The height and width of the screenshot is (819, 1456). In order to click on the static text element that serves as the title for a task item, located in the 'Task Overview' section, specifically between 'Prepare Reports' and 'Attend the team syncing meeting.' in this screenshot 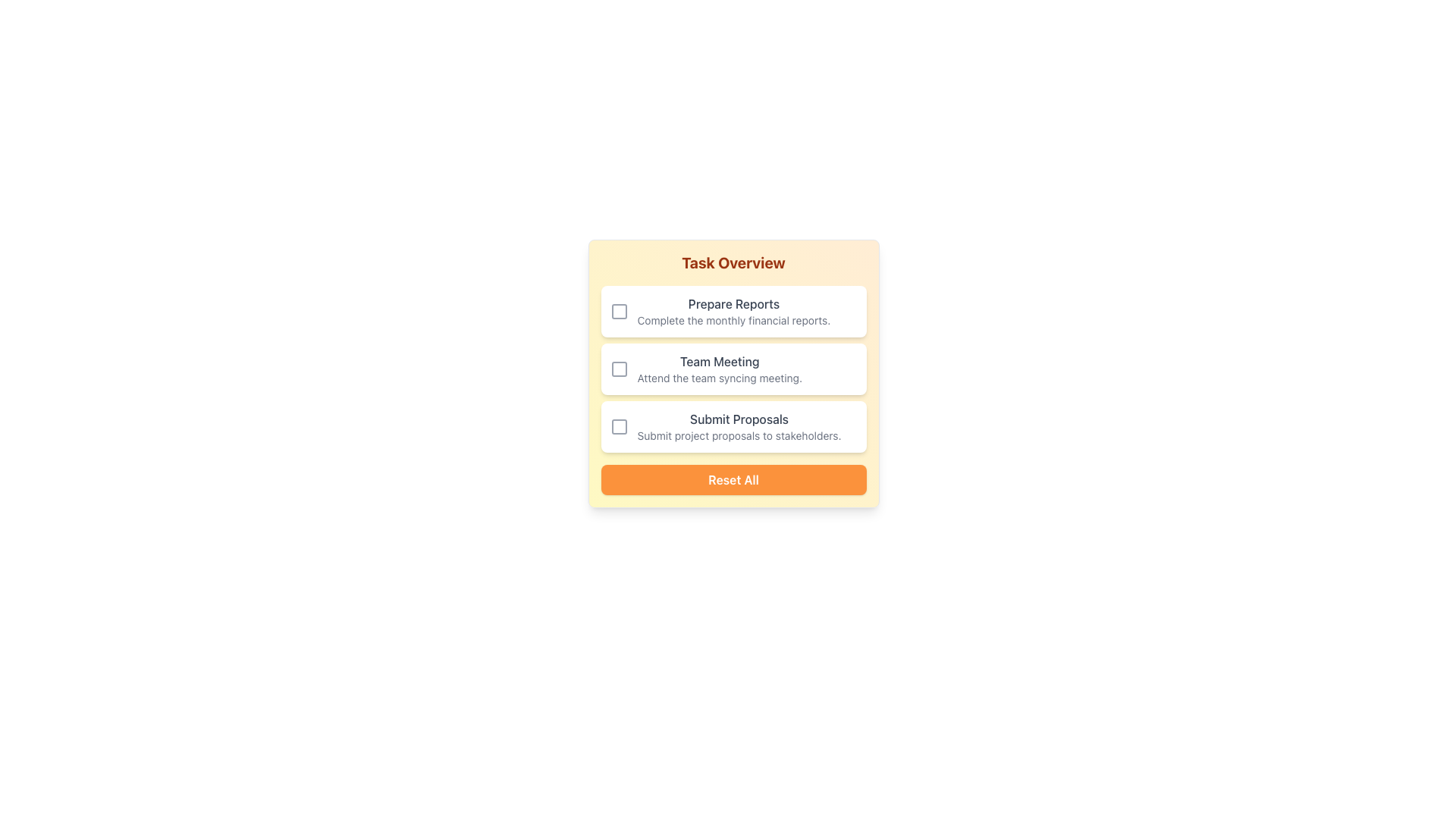, I will do `click(719, 362)`.